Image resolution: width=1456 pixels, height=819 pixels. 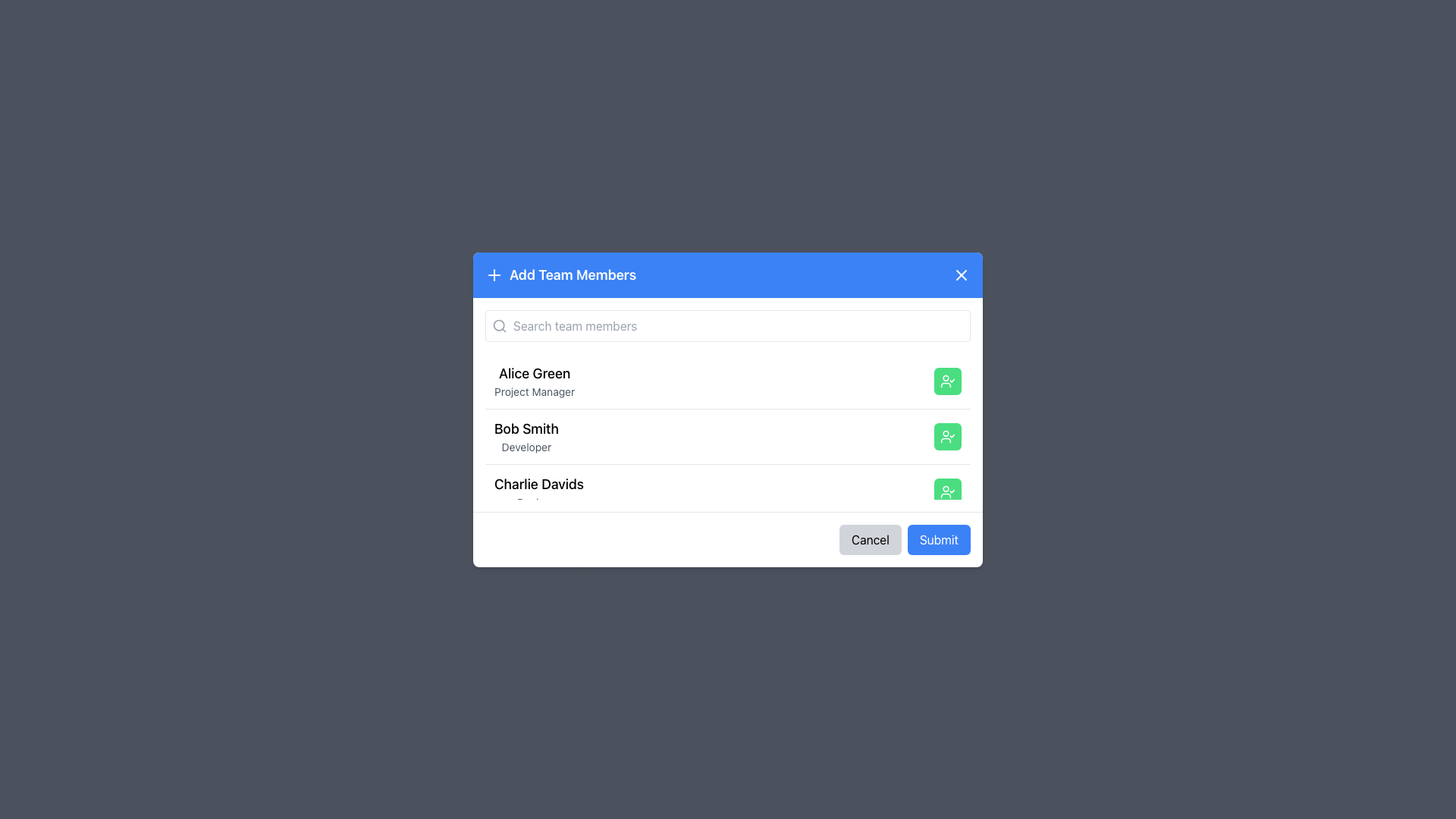 I want to click on the add icon located at the top-left corner of the modal dialog header, immediately to the left of the text 'Add Team Members', so click(x=494, y=275).